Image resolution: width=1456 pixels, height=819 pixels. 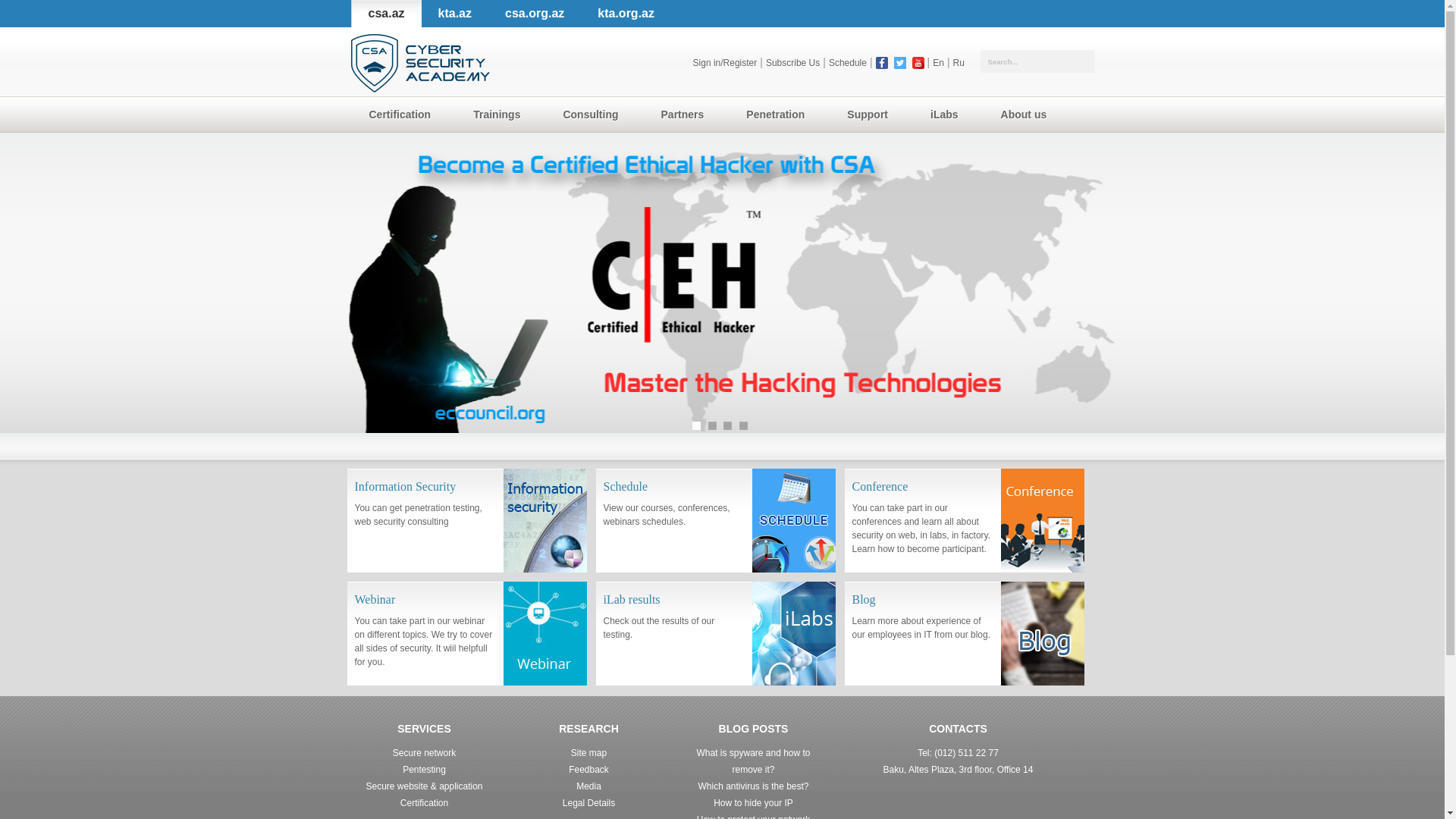 I want to click on 'Certification', so click(x=424, y=802).